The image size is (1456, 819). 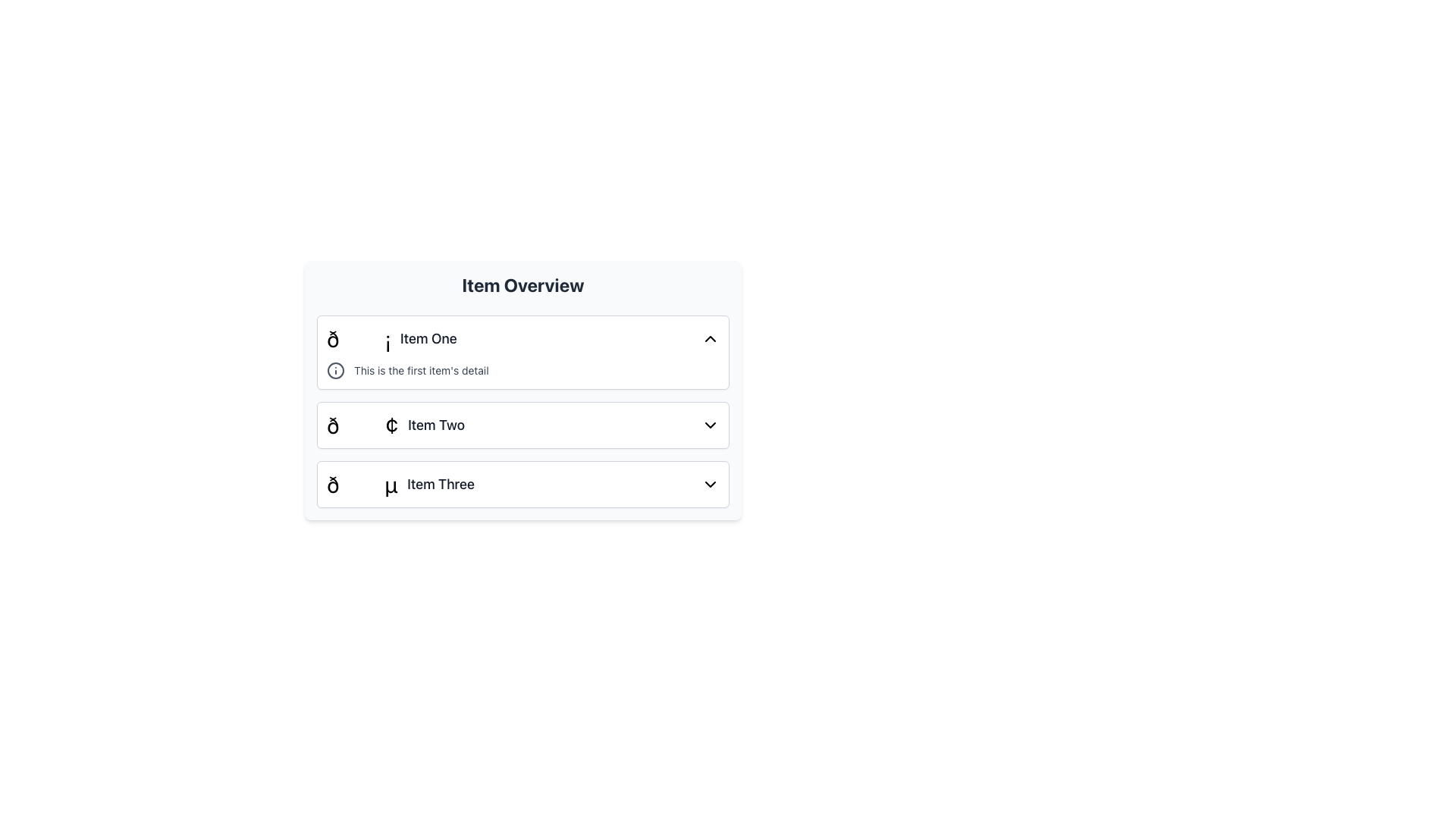 What do you see at coordinates (709, 338) in the screenshot?
I see `the upward-pointing chevron icon located on the right side of the list item labeled 'Item One'` at bounding box center [709, 338].